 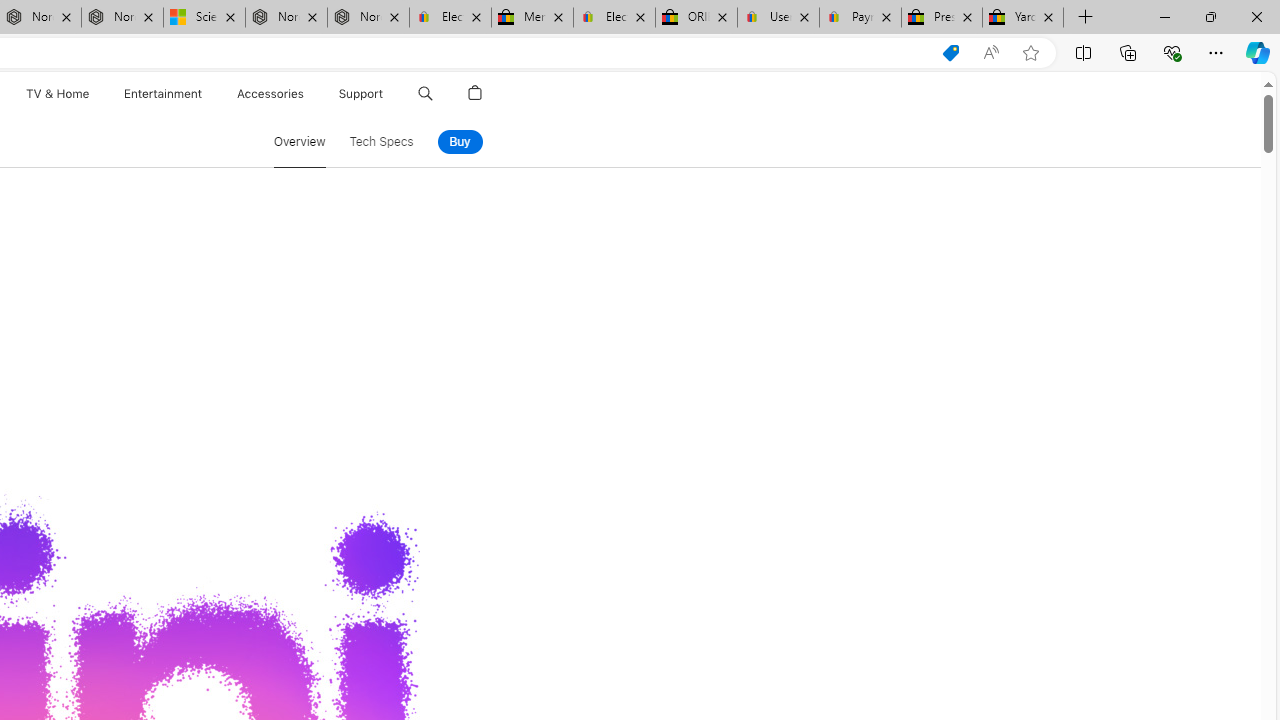 What do you see at coordinates (387, 93) in the screenshot?
I see `'Support menu'` at bounding box center [387, 93].